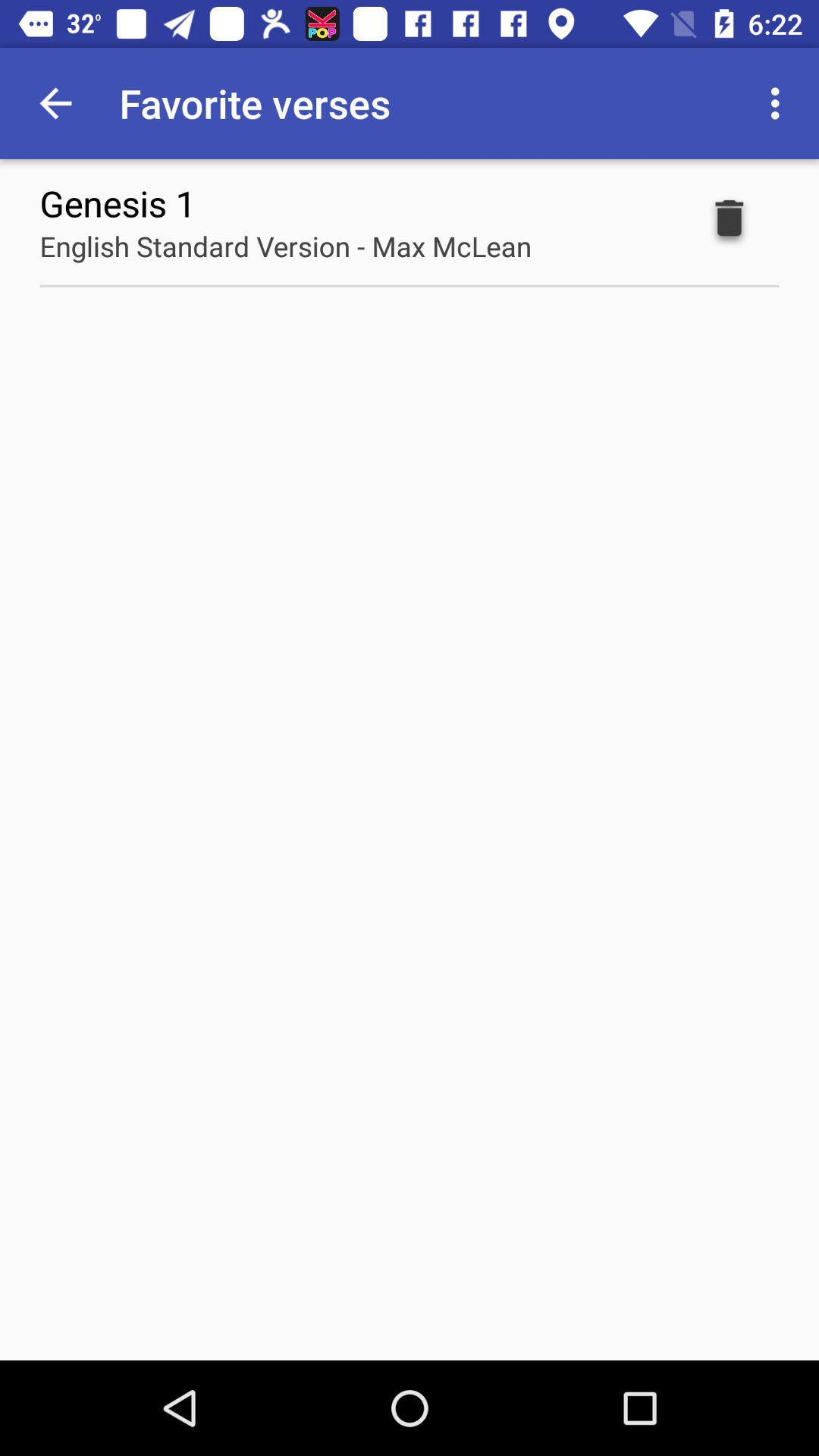 This screenshot has height=1456, width=819. Describe the element at coordinates (117, 202) in the screenshot. I see `the genesis 1` at that location.